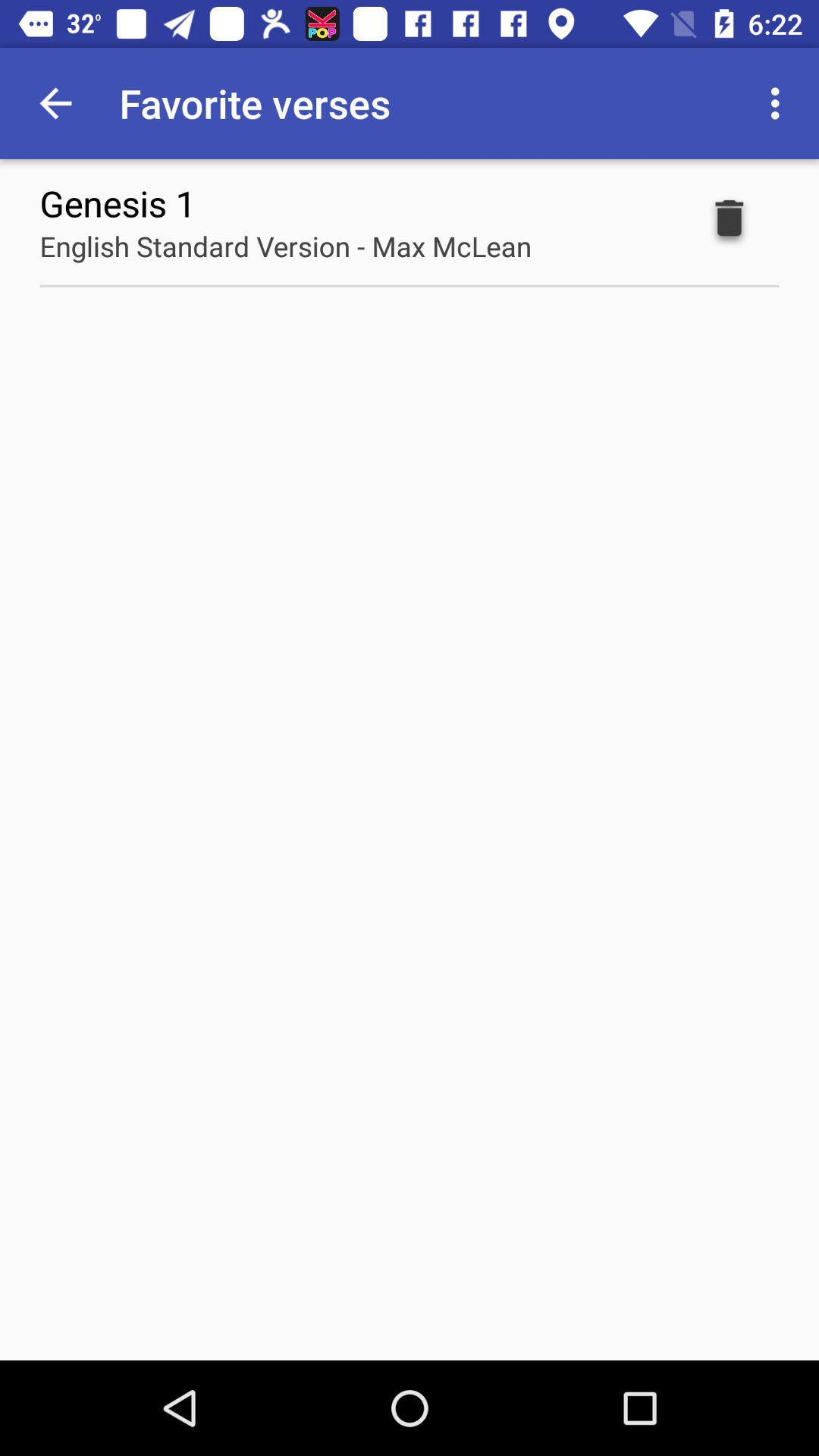 This screenshot has height=1456, width=819. Describe the element at coordinates (117, 202) in the screenshot. I see `the genesis 1` at that location.